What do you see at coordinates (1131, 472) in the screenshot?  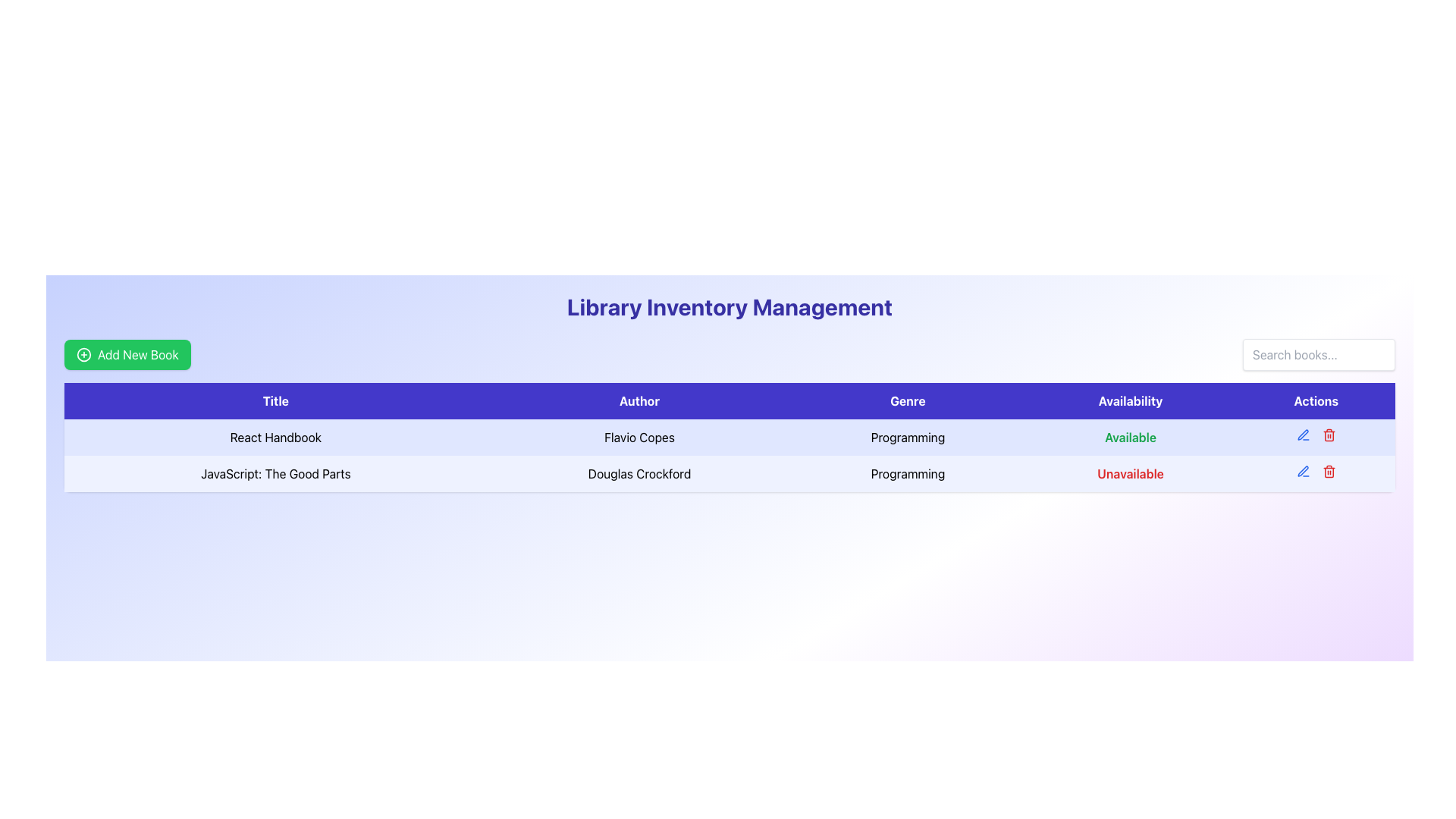 I see `the status indicator text label in the 'Availability' column of the second row, which indicates that the item is currently not available` at bounding box center [1131, 472].